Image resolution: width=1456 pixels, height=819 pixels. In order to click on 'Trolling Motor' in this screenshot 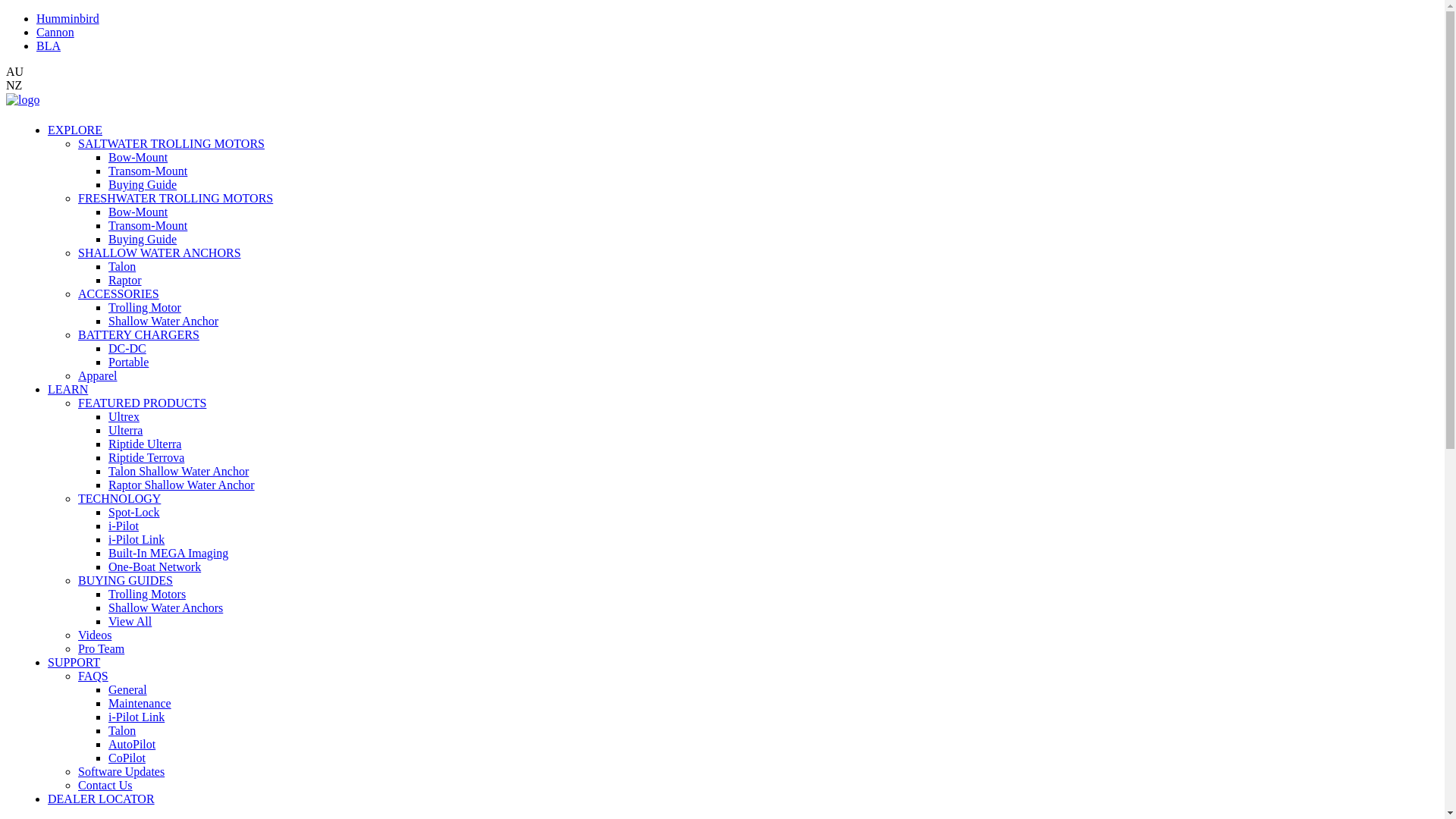, I will do `click(145, 307)`.